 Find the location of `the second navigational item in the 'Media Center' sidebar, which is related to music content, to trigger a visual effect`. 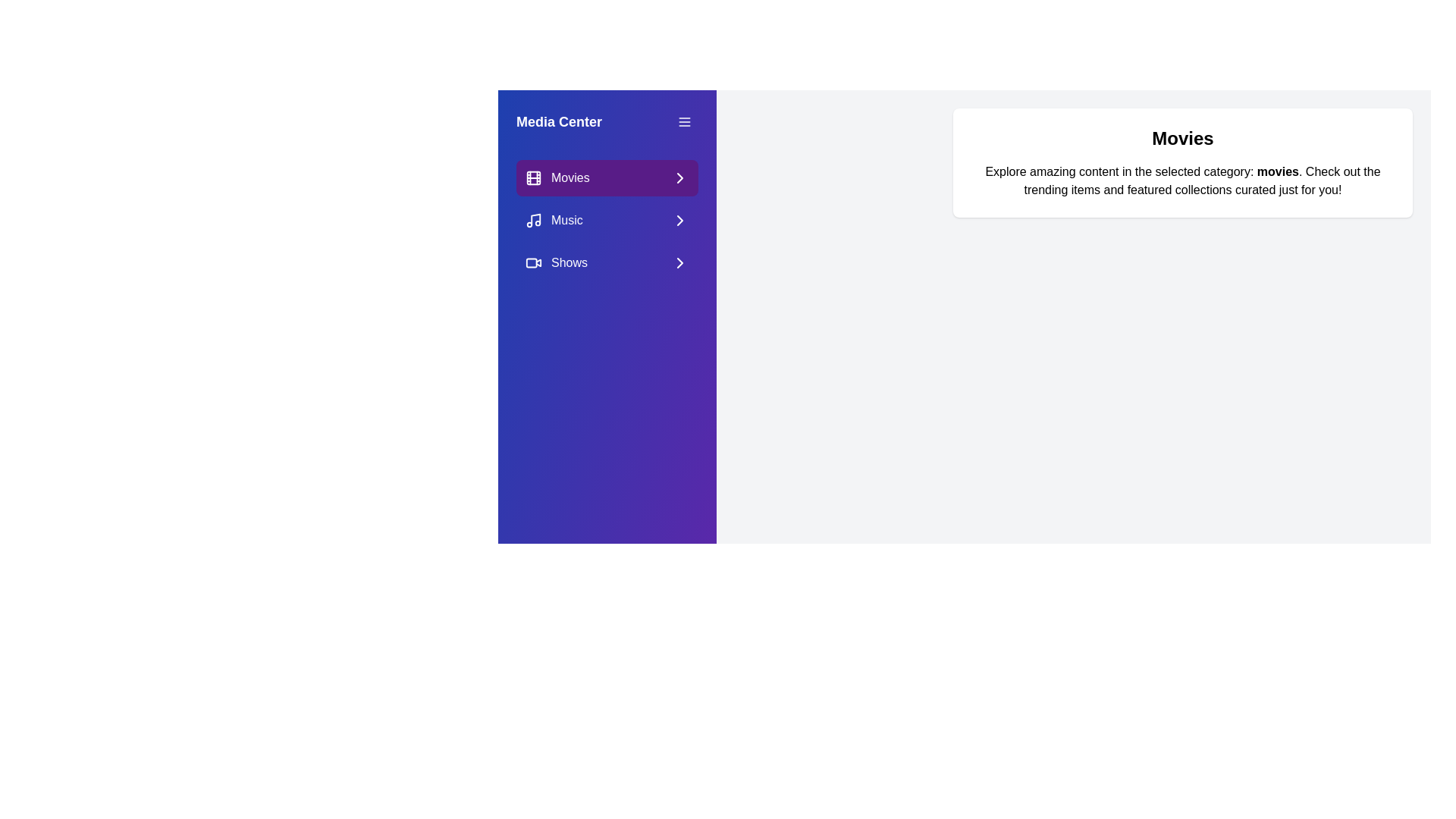

the second navigational item in the 'Media Center' sidebar, which is related to music content, to trigger a visual effect is located at coordinates (607, 220).